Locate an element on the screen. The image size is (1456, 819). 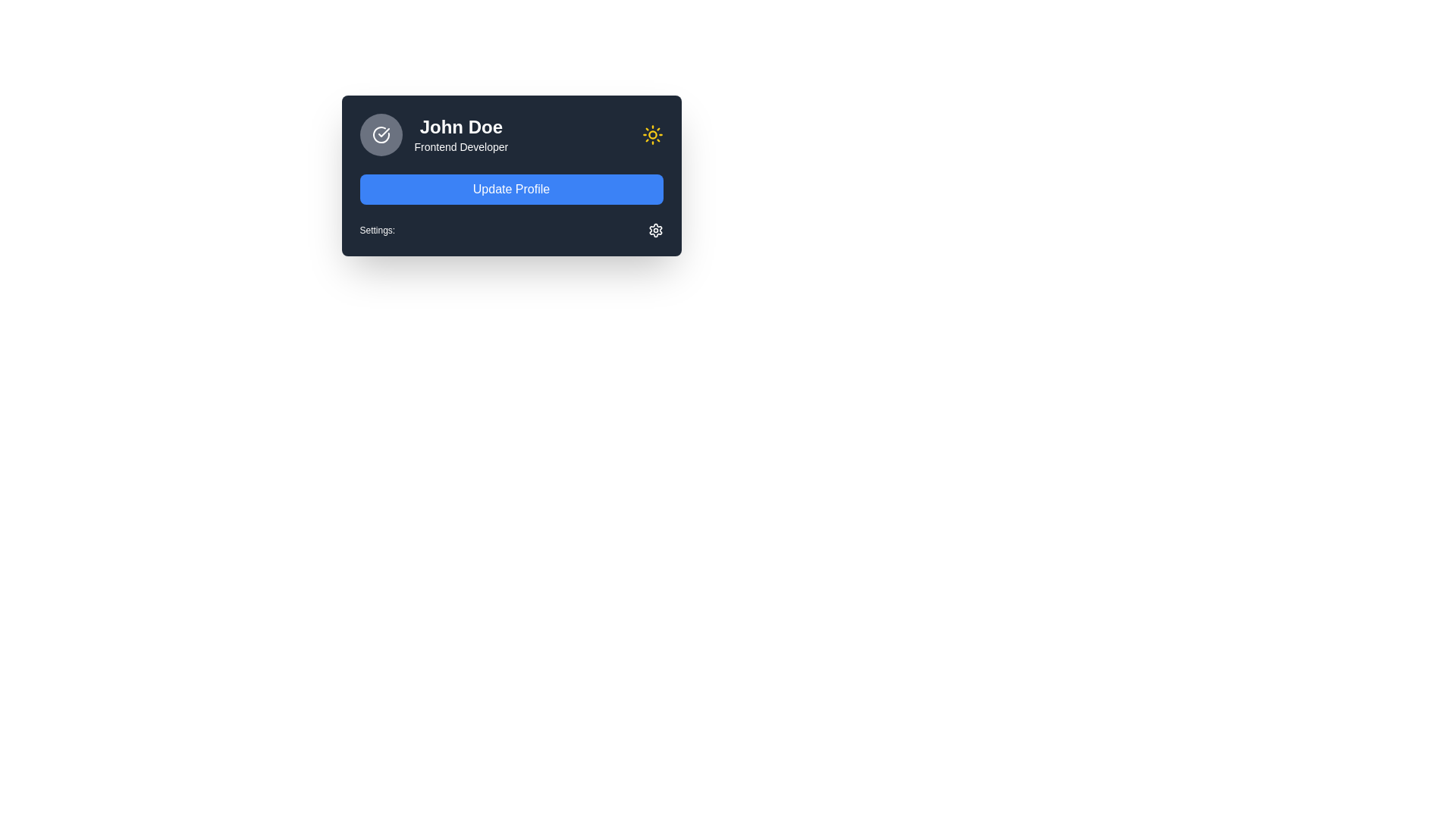
the gear or cogwheel icon in the top right corner of the user information card is located at coordinates (655, 231).